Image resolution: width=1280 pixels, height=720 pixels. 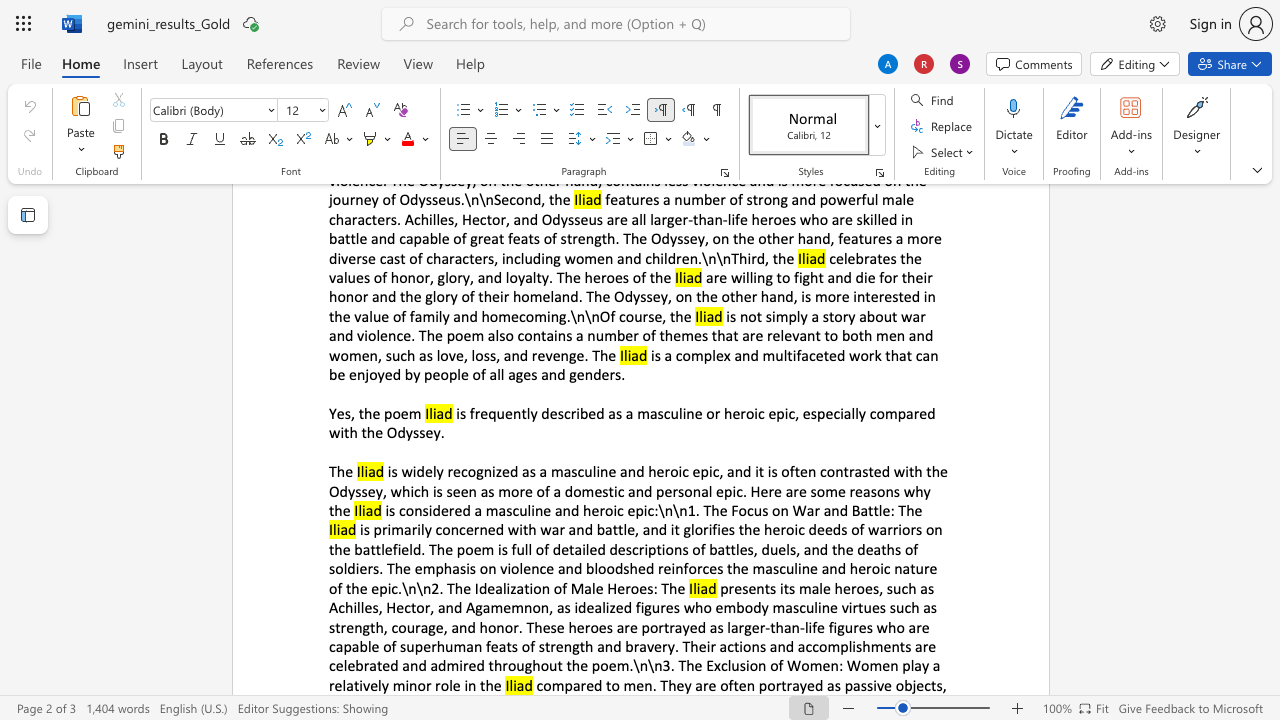 I want to click on the 21th character "s" in the text, so click(x=541, y=646).